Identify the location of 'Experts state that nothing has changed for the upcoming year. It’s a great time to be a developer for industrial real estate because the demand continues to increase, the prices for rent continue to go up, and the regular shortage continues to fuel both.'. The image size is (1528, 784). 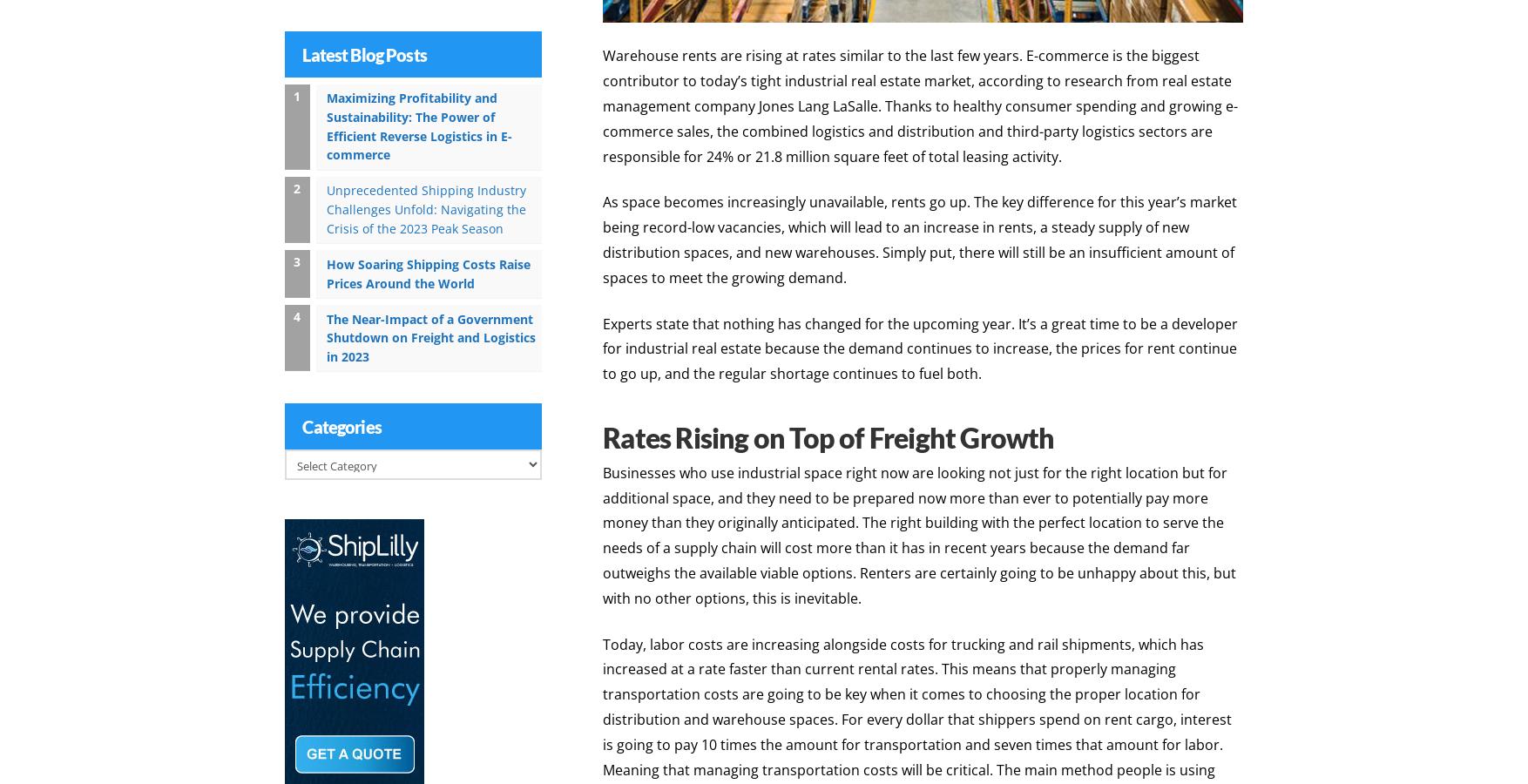
(920, 347).